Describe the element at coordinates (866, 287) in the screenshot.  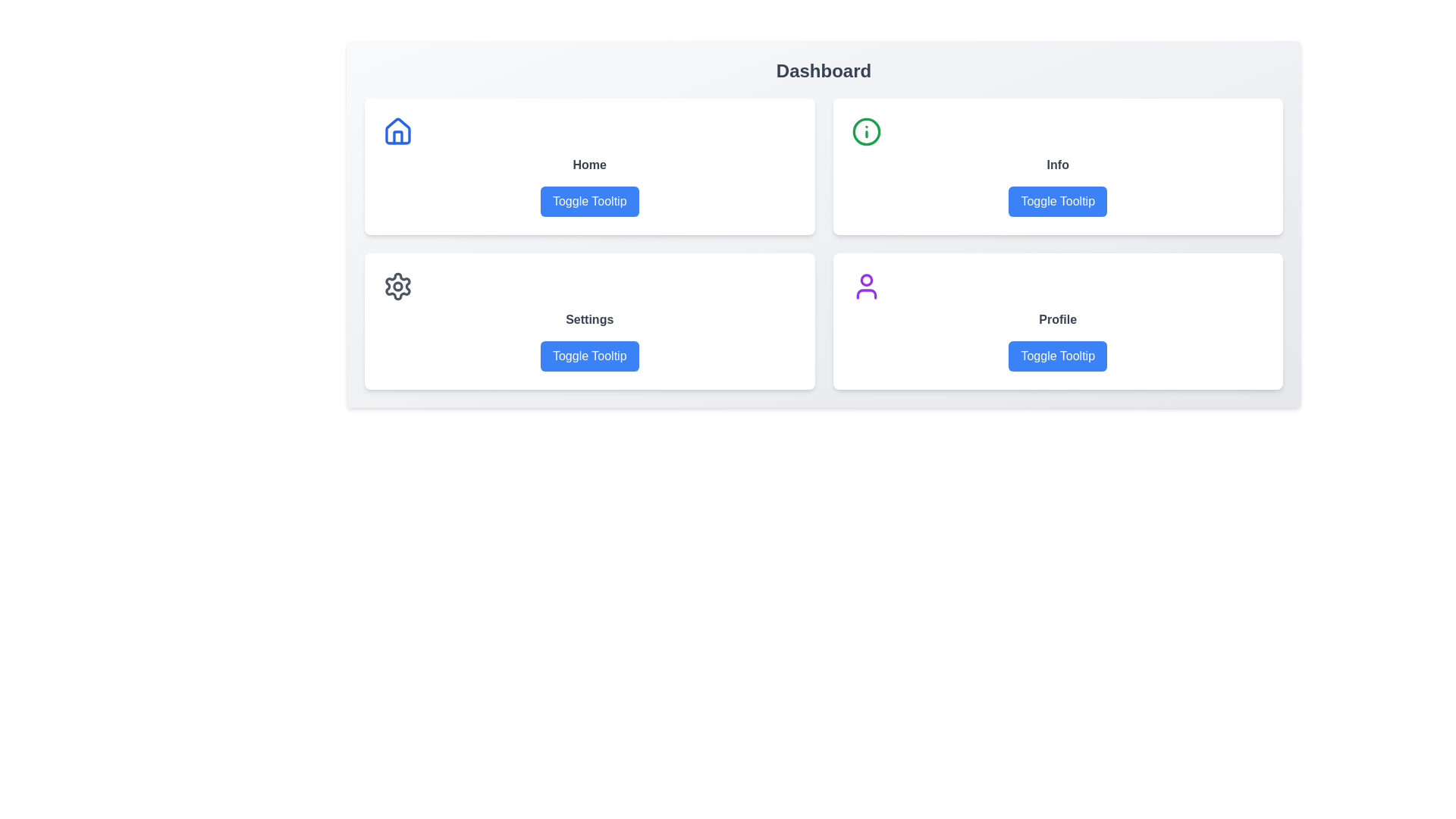
I see `the purple user icon located in the top-left quadrant of the 'Profile' card, positioned above the label 'Profile' and the blue 'Toggle Tooltip' button` at that location.